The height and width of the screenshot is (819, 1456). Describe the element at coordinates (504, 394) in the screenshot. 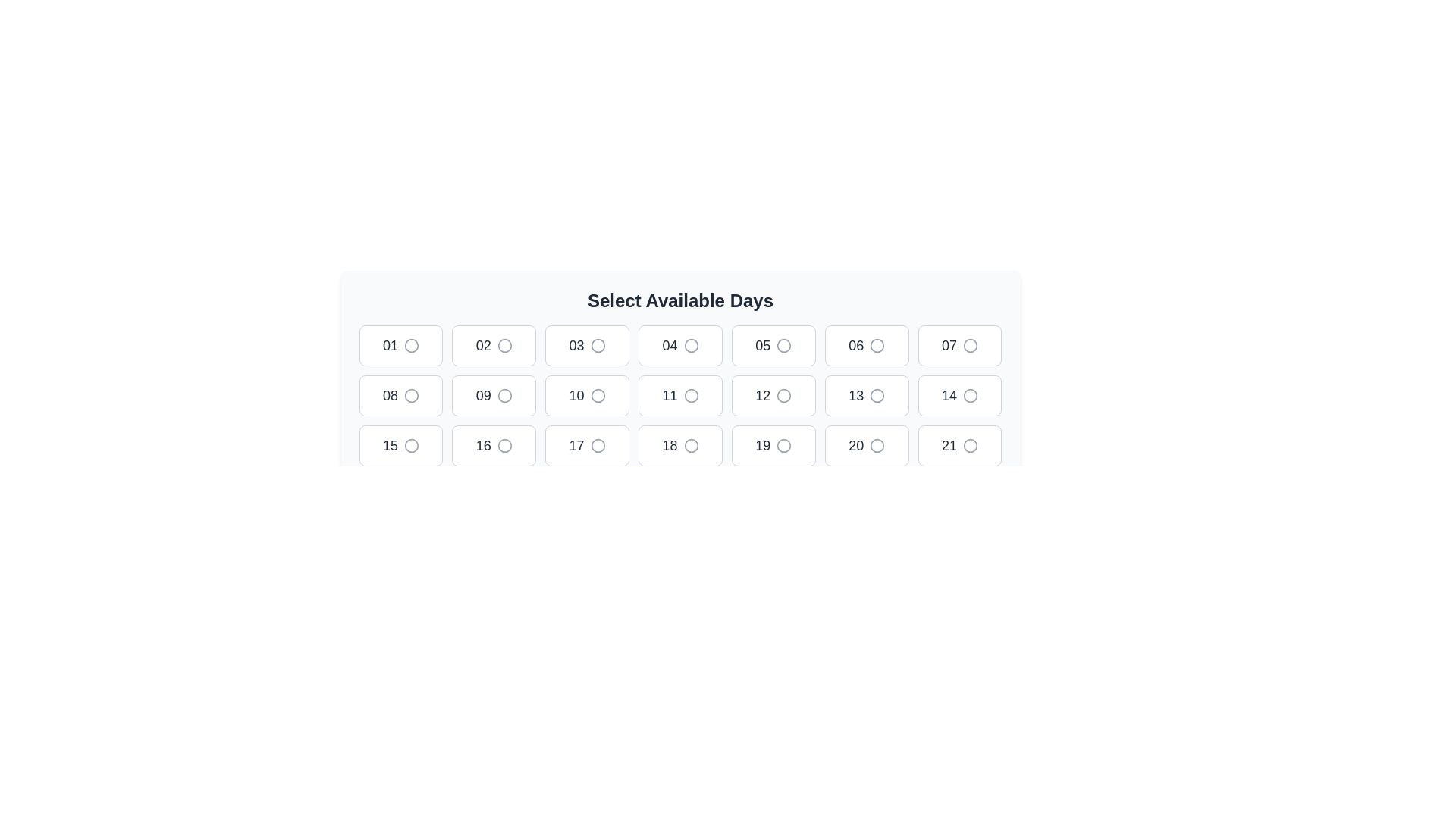

I see `the radio button associated with the number '09', which is a circular selection indicator with a gray border in the middle row of a grid layout` at that location.